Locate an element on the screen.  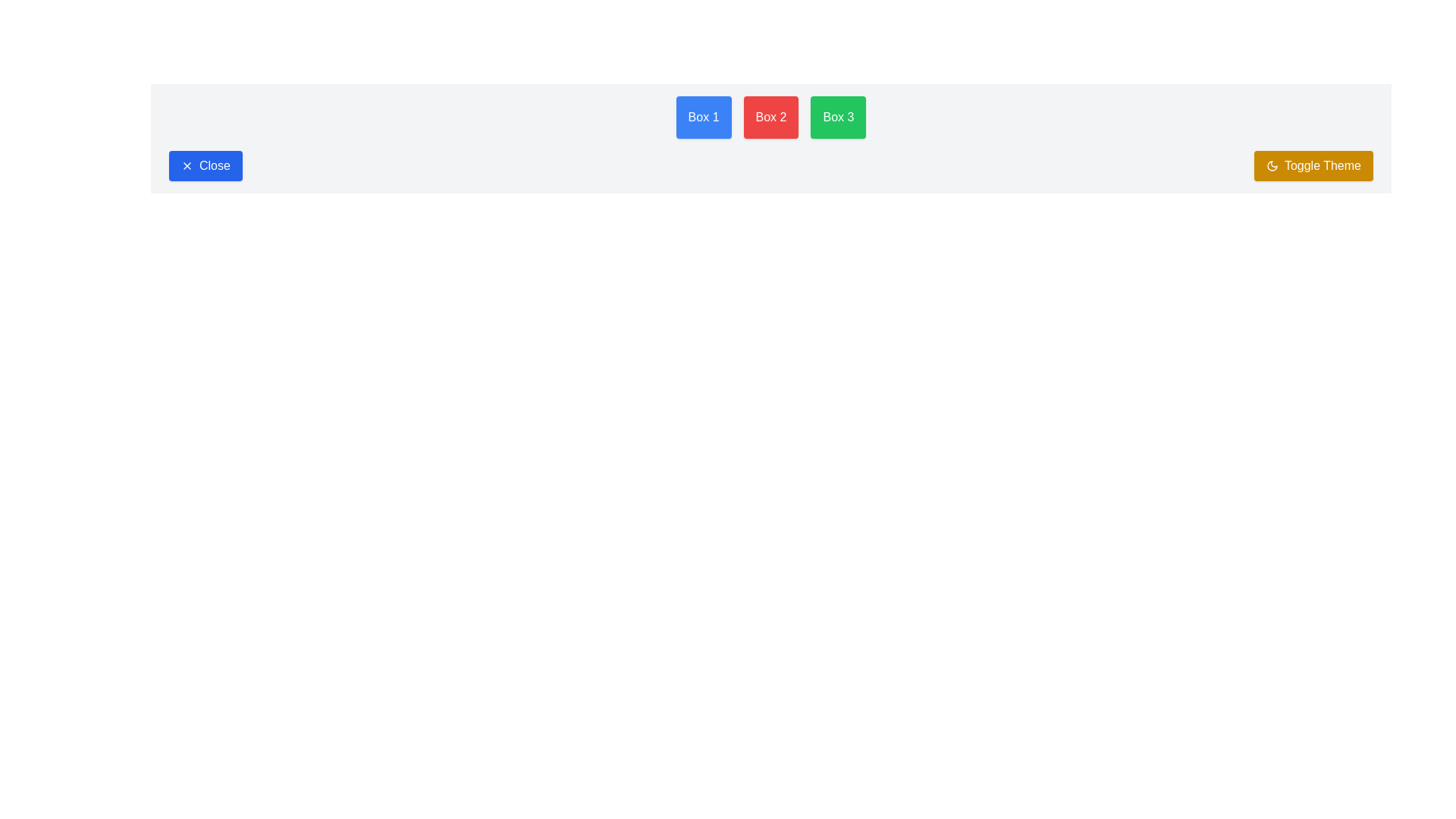
the 'Toggle Theme' button which contains the moon SVG icon indicating dark mode functionality is located at coordinates (1272, 166).